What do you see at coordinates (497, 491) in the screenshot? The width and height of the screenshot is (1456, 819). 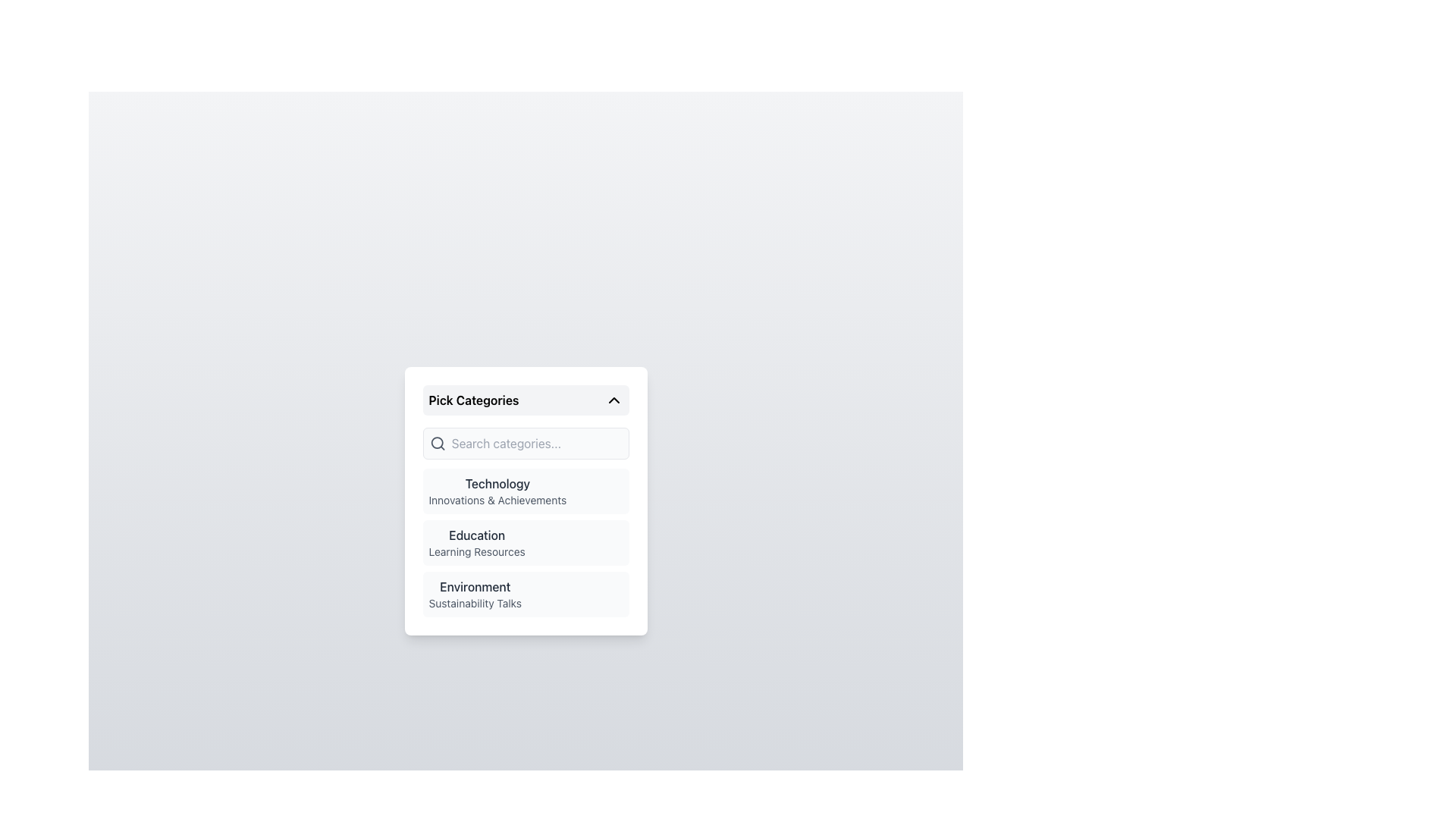 I see `the 'Technology' category label in the vertical list` at bounding box center [497, 491].